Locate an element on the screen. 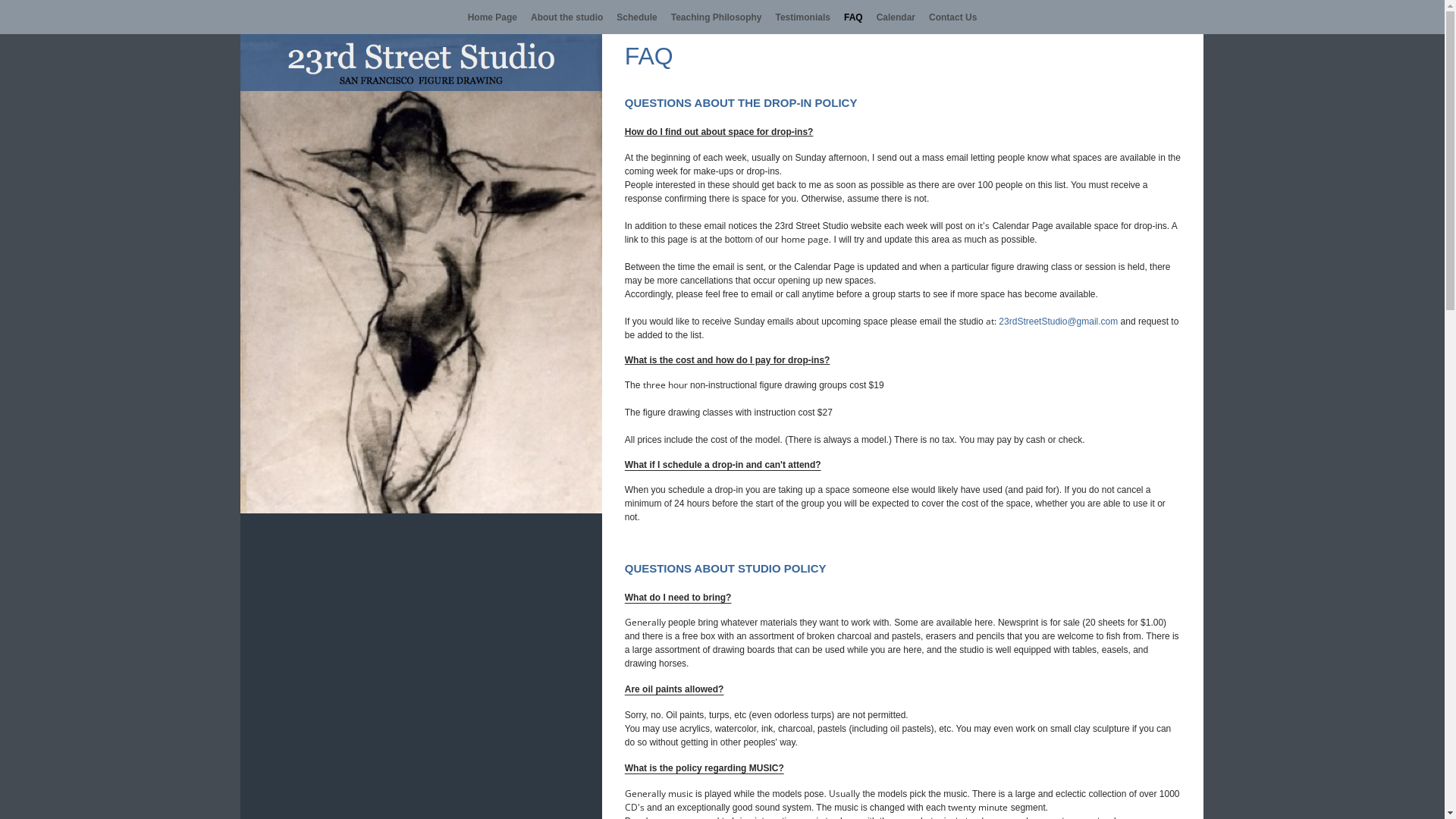  'Teaching Philosophy' is located at coordinates (716, 17).